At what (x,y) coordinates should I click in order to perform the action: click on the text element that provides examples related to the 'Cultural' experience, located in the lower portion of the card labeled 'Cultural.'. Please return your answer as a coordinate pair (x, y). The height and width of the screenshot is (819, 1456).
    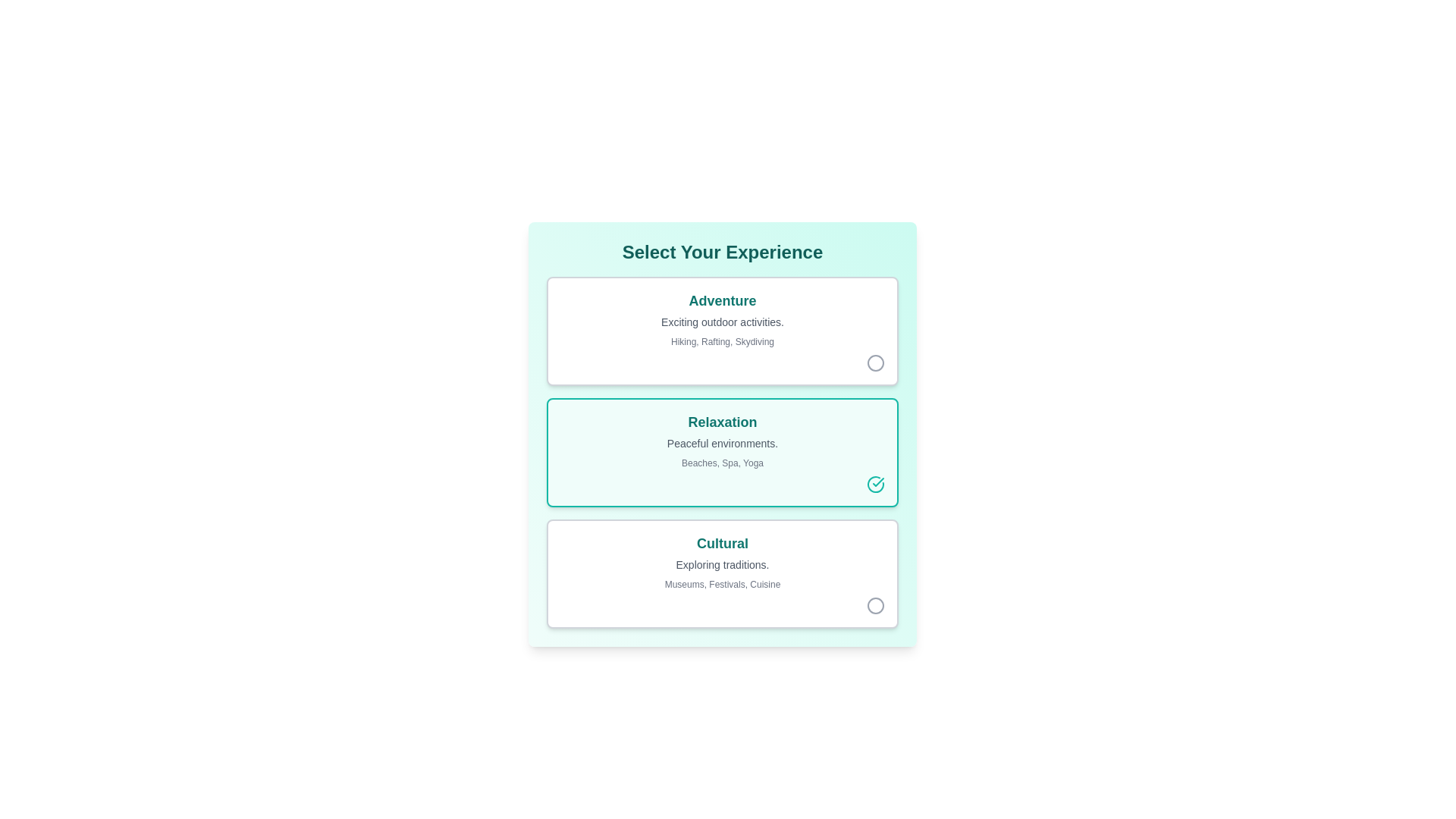
    Looking at the image, I should click on (722, 584).